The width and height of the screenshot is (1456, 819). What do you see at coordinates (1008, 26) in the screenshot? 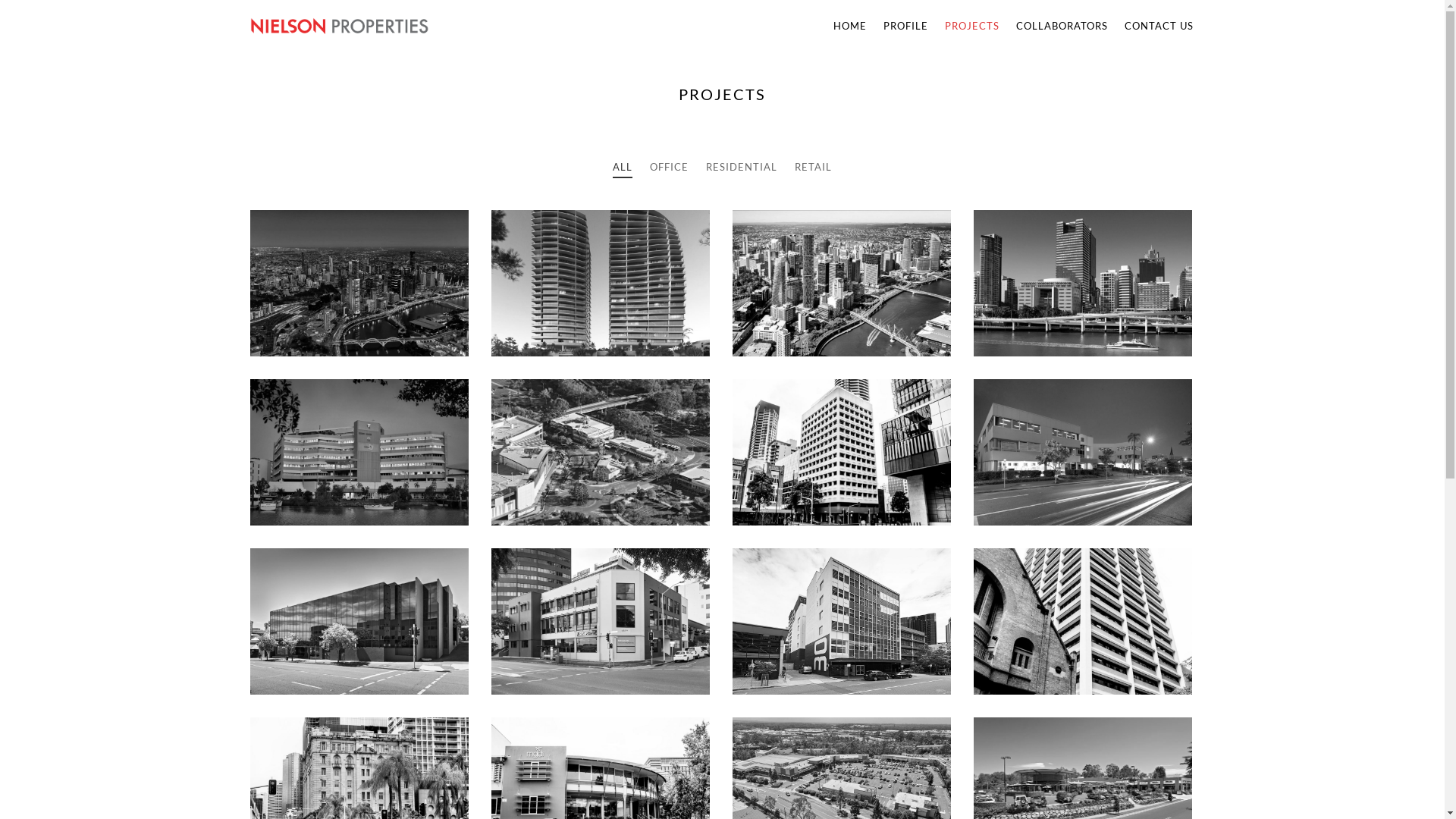
I see `'COLLABORATORS'` at bounding box center [1008, 26].